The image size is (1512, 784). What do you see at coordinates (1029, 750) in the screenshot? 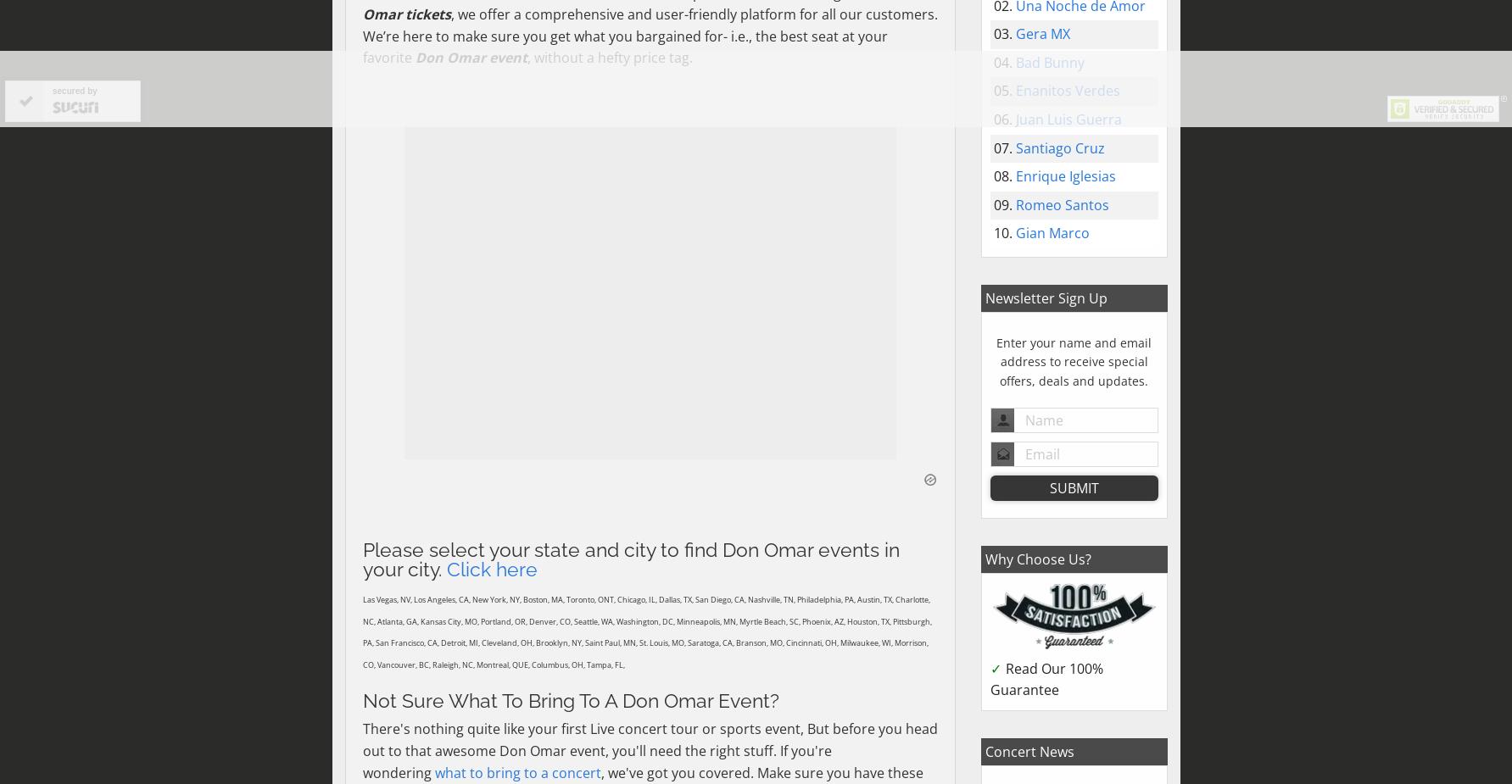
I see `'Concert News'` at bounding box center [1029, 750].